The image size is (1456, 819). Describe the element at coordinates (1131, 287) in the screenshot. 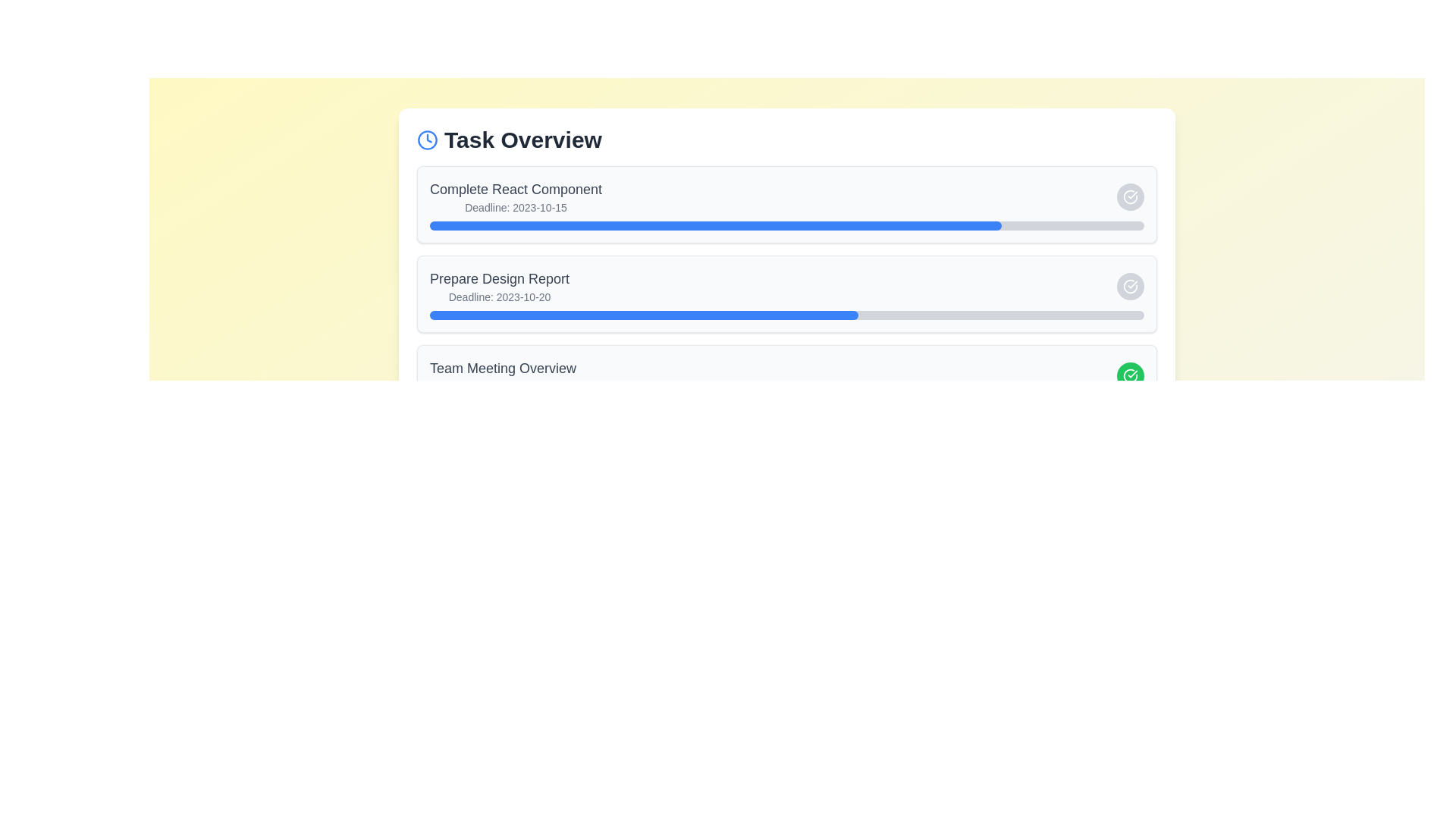

I see `the circular button with a light gray background and a white checkmark icon to mark the task as completed` at that location.